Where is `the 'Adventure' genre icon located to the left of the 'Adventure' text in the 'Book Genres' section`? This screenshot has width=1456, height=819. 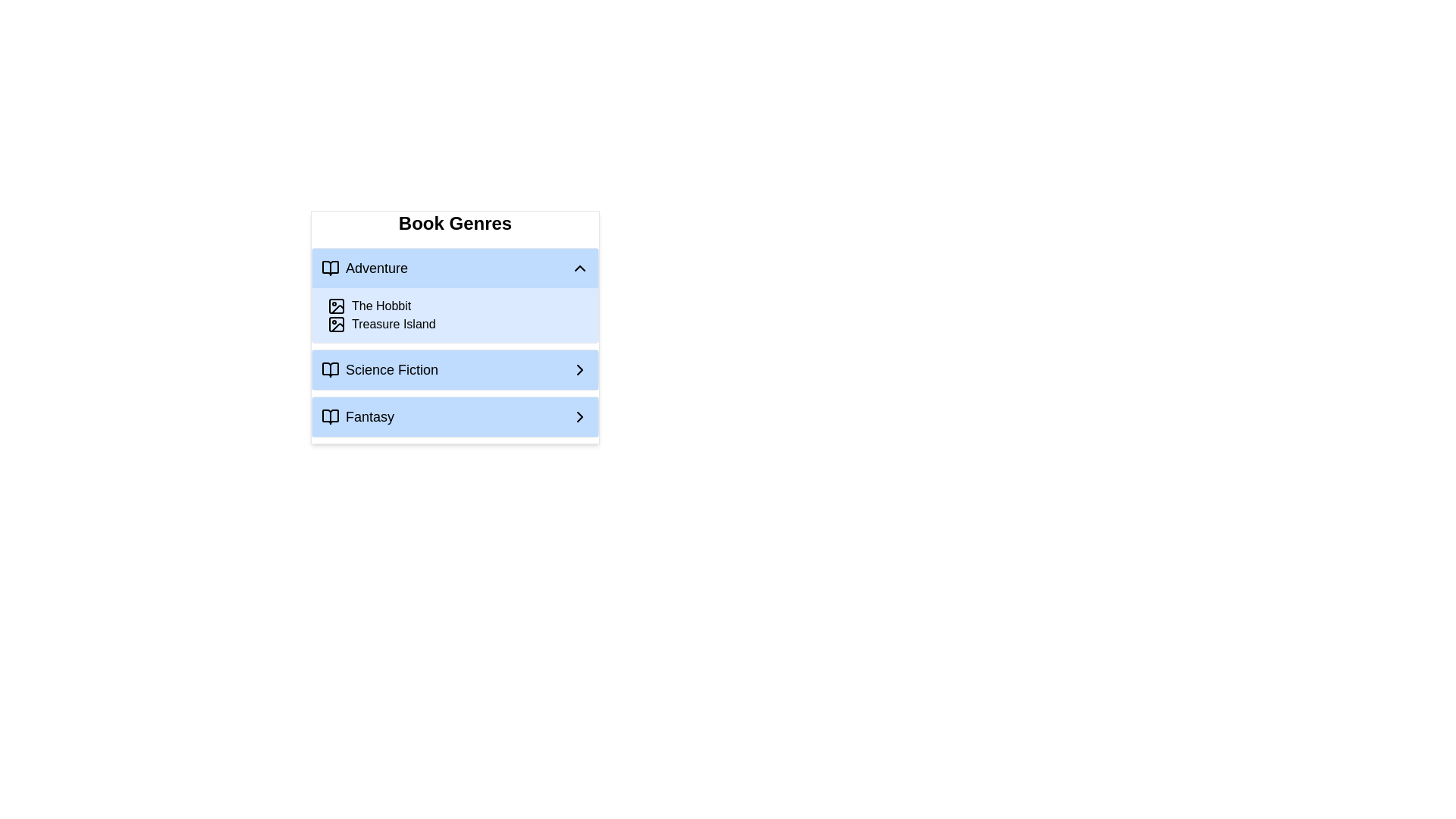 the 'Adventure' genre icon located to the left of the 'Adventure' text in the 'Book Genres' section is located at coordinates (330, 268).